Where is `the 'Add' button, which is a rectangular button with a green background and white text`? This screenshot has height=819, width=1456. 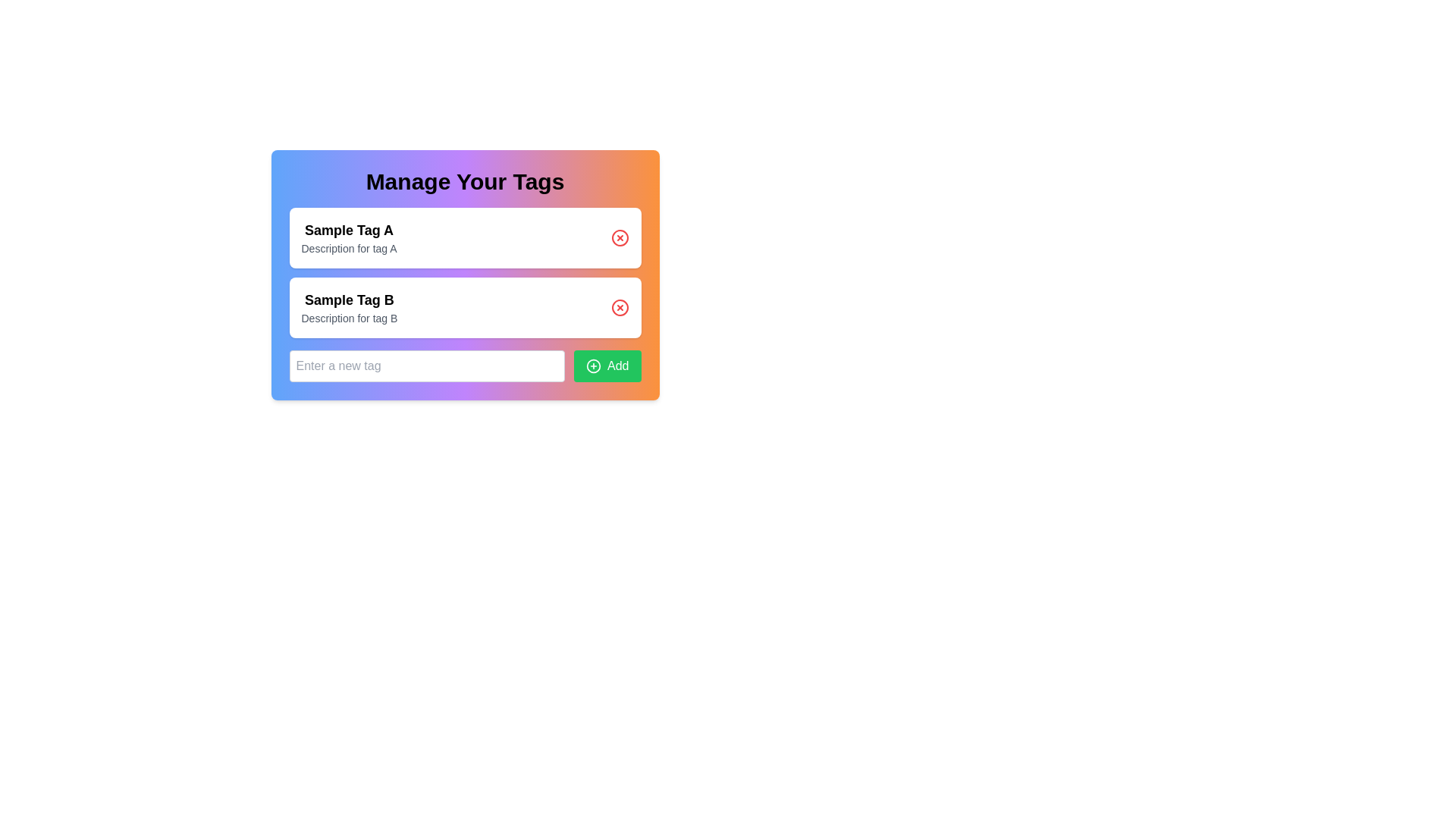 the 'Add' button, which is a rectangular button with a green background and white text is located at coordinates (607, 366).